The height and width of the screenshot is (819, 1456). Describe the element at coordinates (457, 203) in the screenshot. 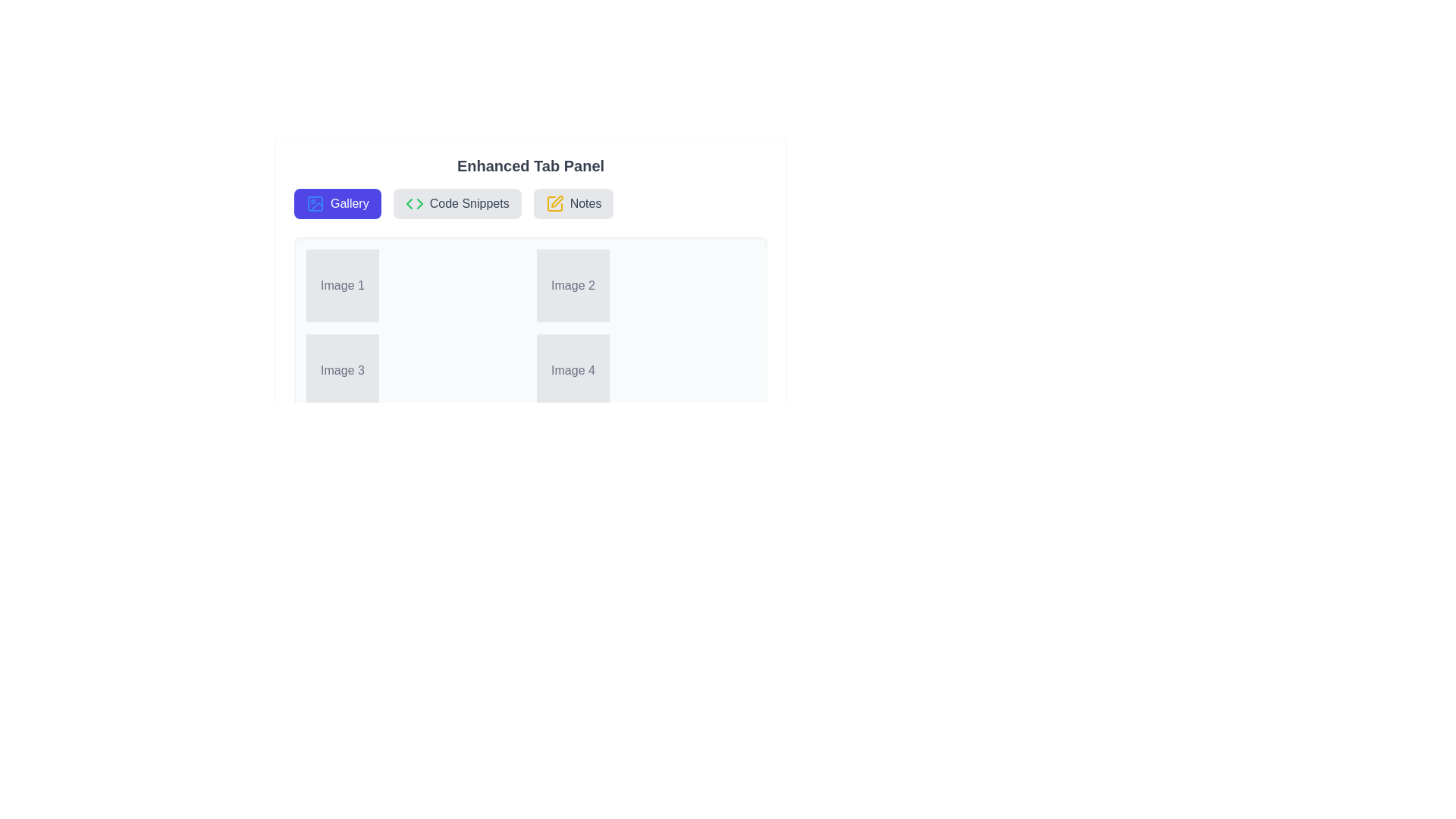

I see `the Code Snippets tab button to observe its hover effect` at that location.